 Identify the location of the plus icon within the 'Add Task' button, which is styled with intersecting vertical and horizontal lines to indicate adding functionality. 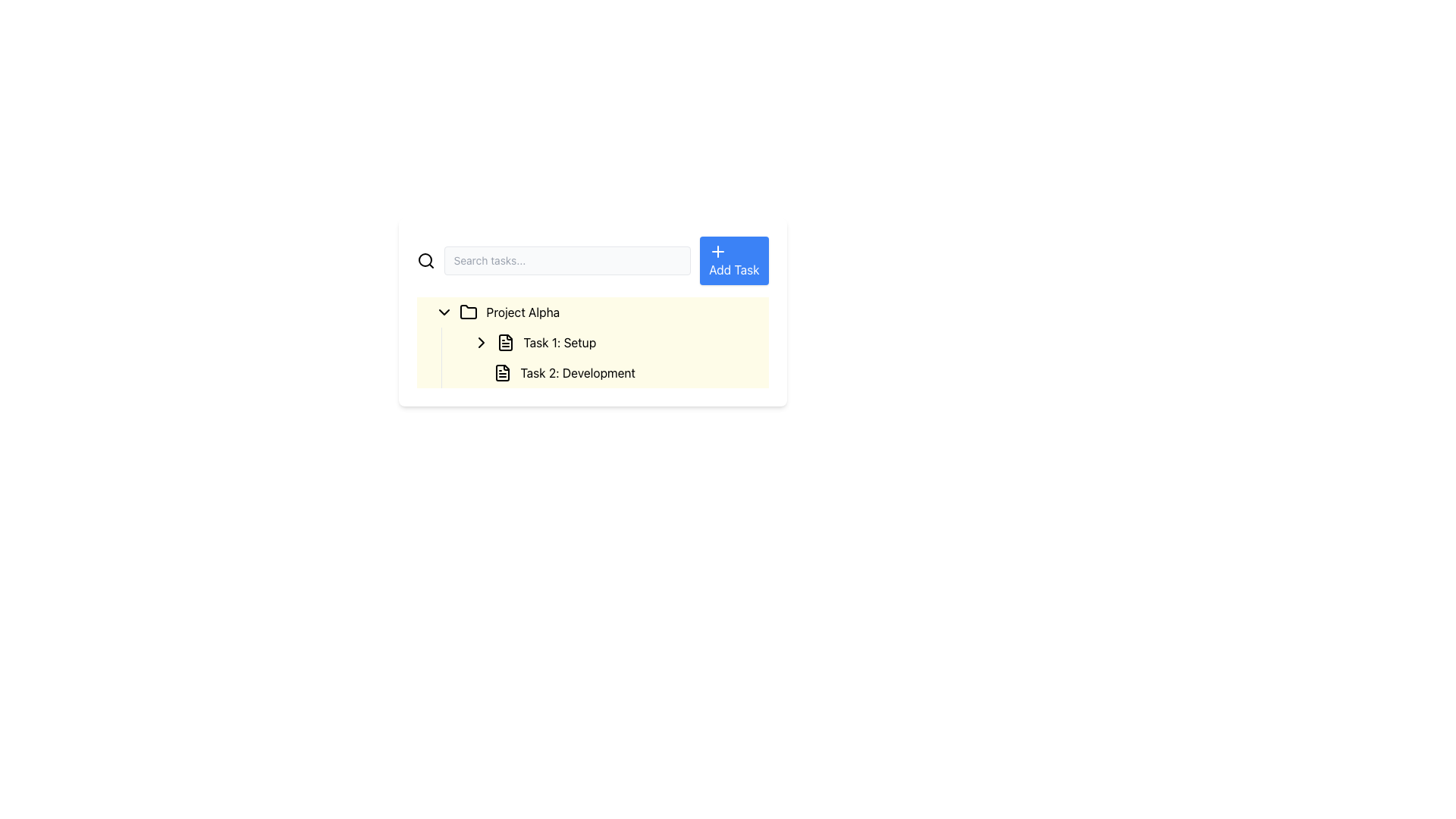
(717, 250).